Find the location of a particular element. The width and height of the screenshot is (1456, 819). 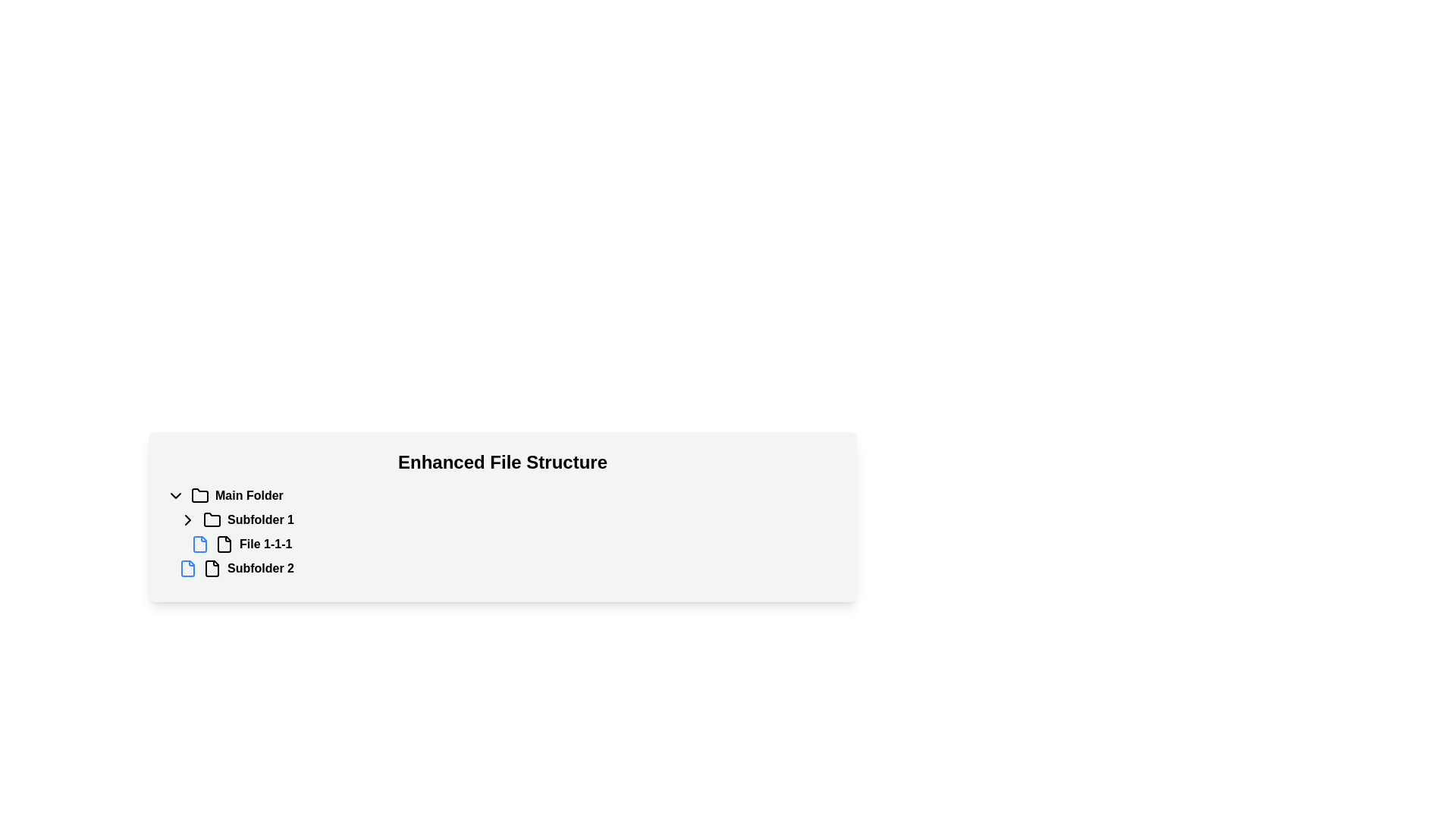

the first file icon with a blue outline located next to the 'Subfolder 2' label in the hierarchical file structure under 'Subfolder 1' is located at coordinates (187, 568).